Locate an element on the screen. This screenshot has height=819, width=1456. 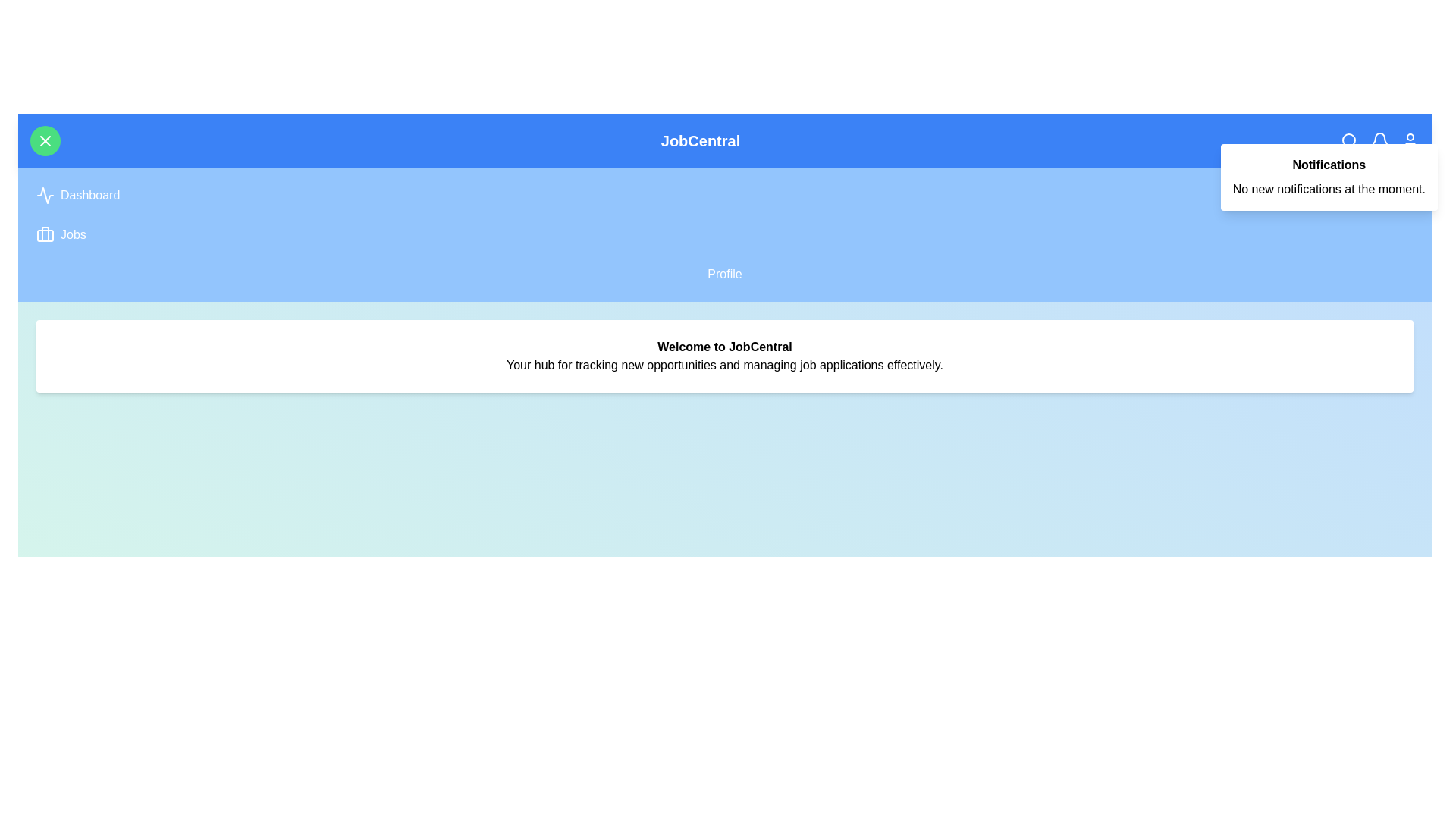
the search icon to initiate a search is located at coordinates (1350, 140).